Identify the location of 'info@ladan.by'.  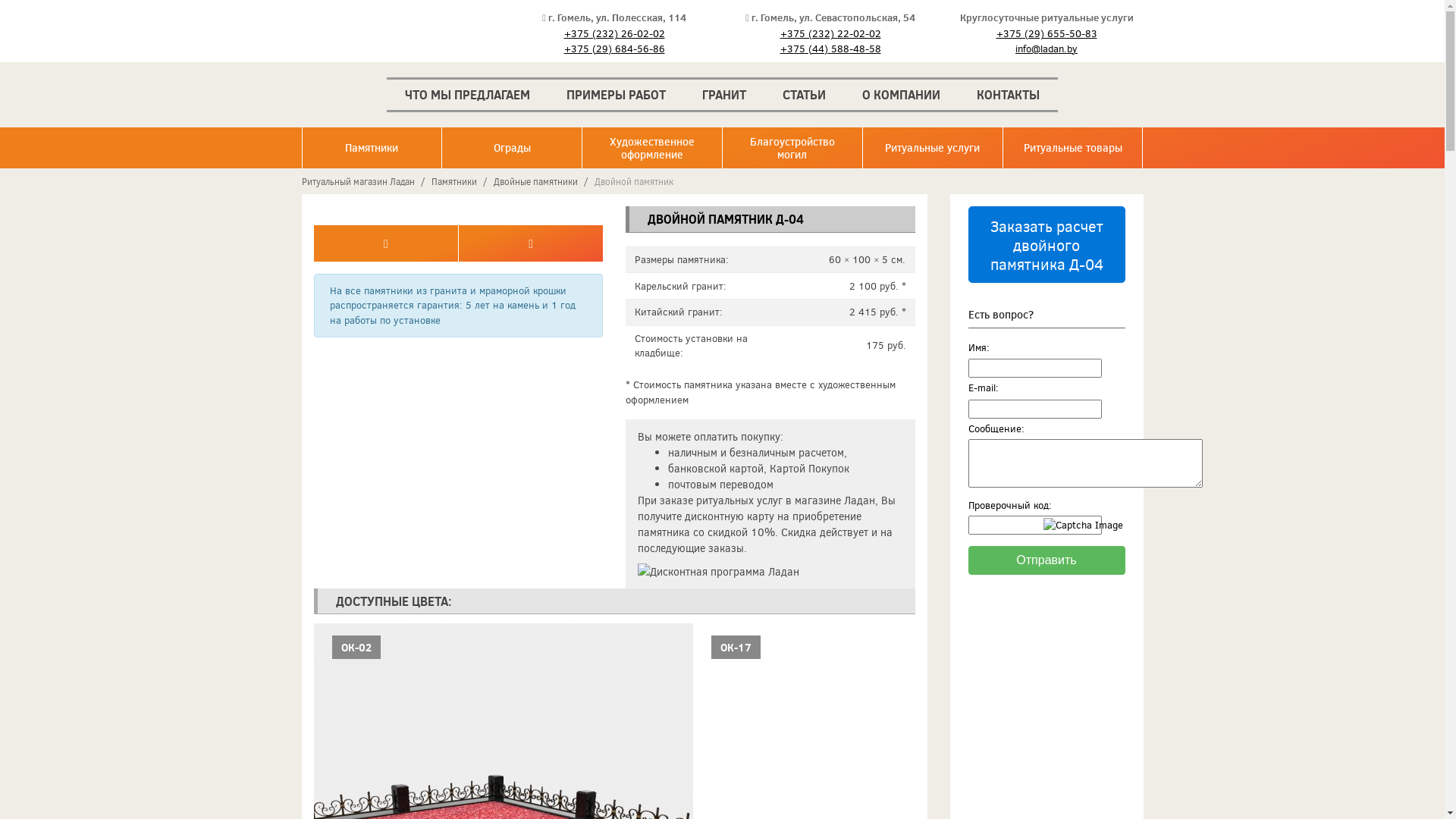
(1045, 48).